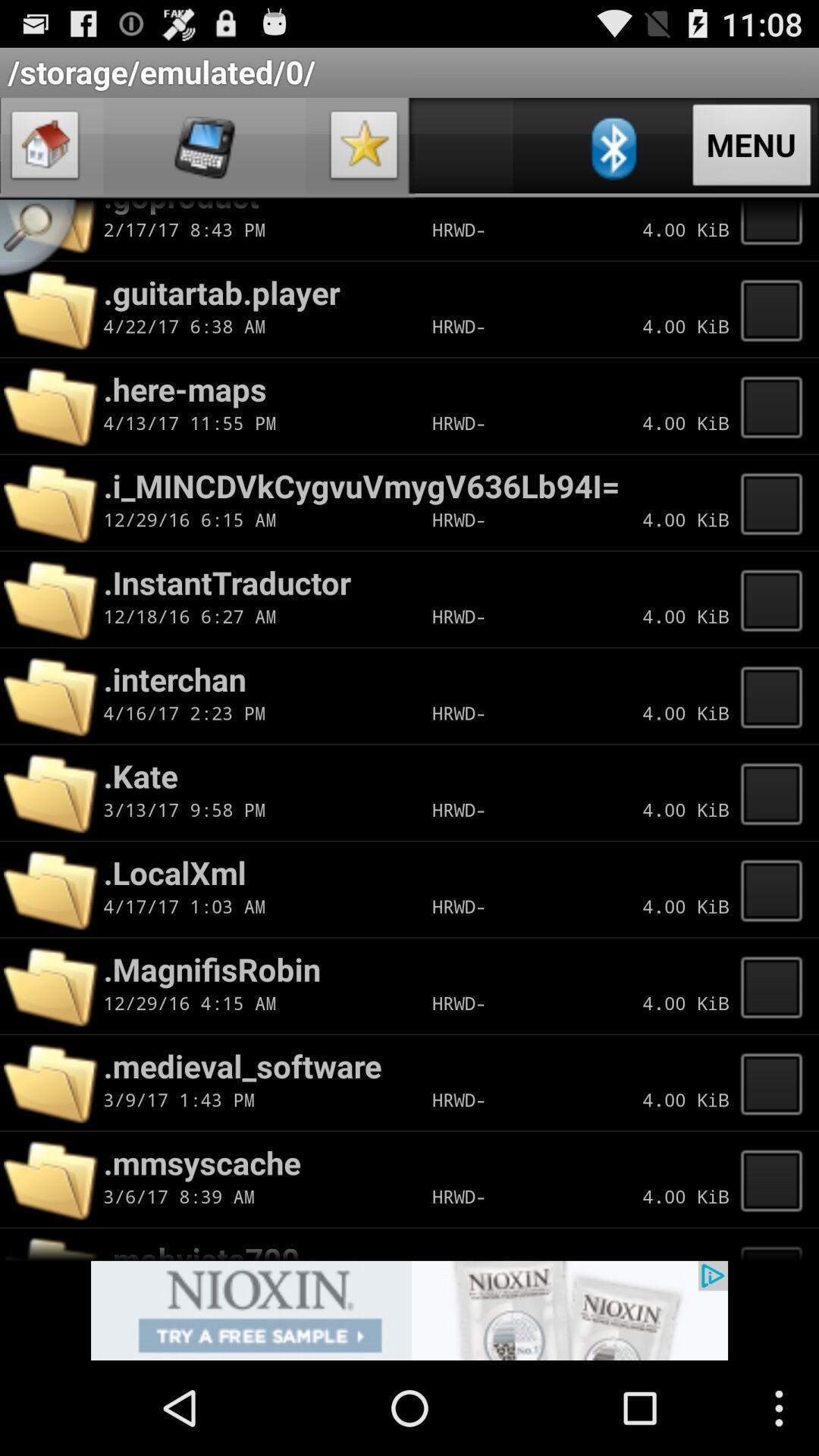  What do you see at coordinates (776, 309) in the screenshot?
I see `guitartab.player folder` at bounding box center [776, 309].